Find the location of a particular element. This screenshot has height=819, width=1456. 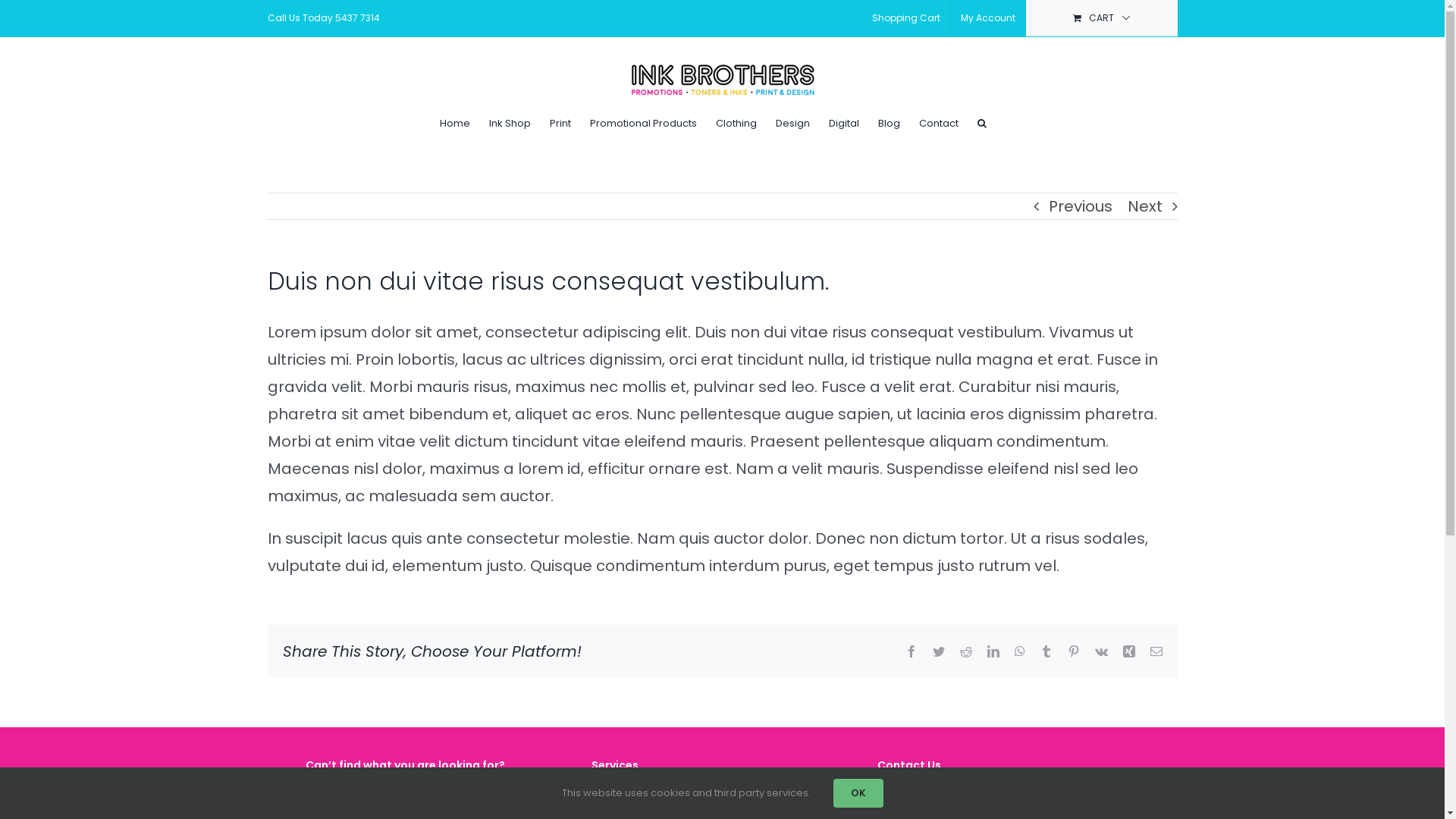

'Xing' is located at coordinates (1128, 651).